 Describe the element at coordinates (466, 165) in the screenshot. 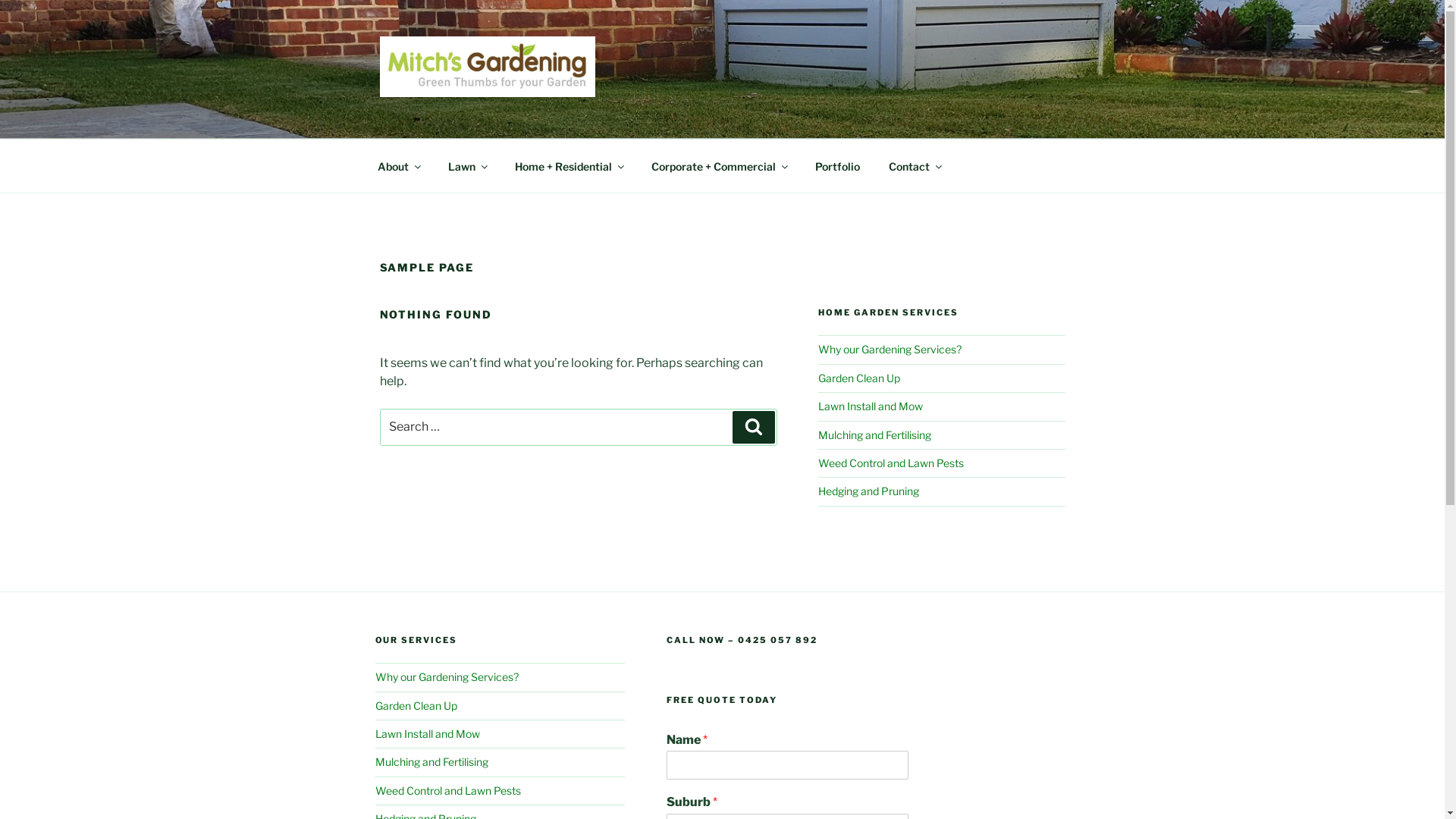

I see `'Lawn'` at that location.